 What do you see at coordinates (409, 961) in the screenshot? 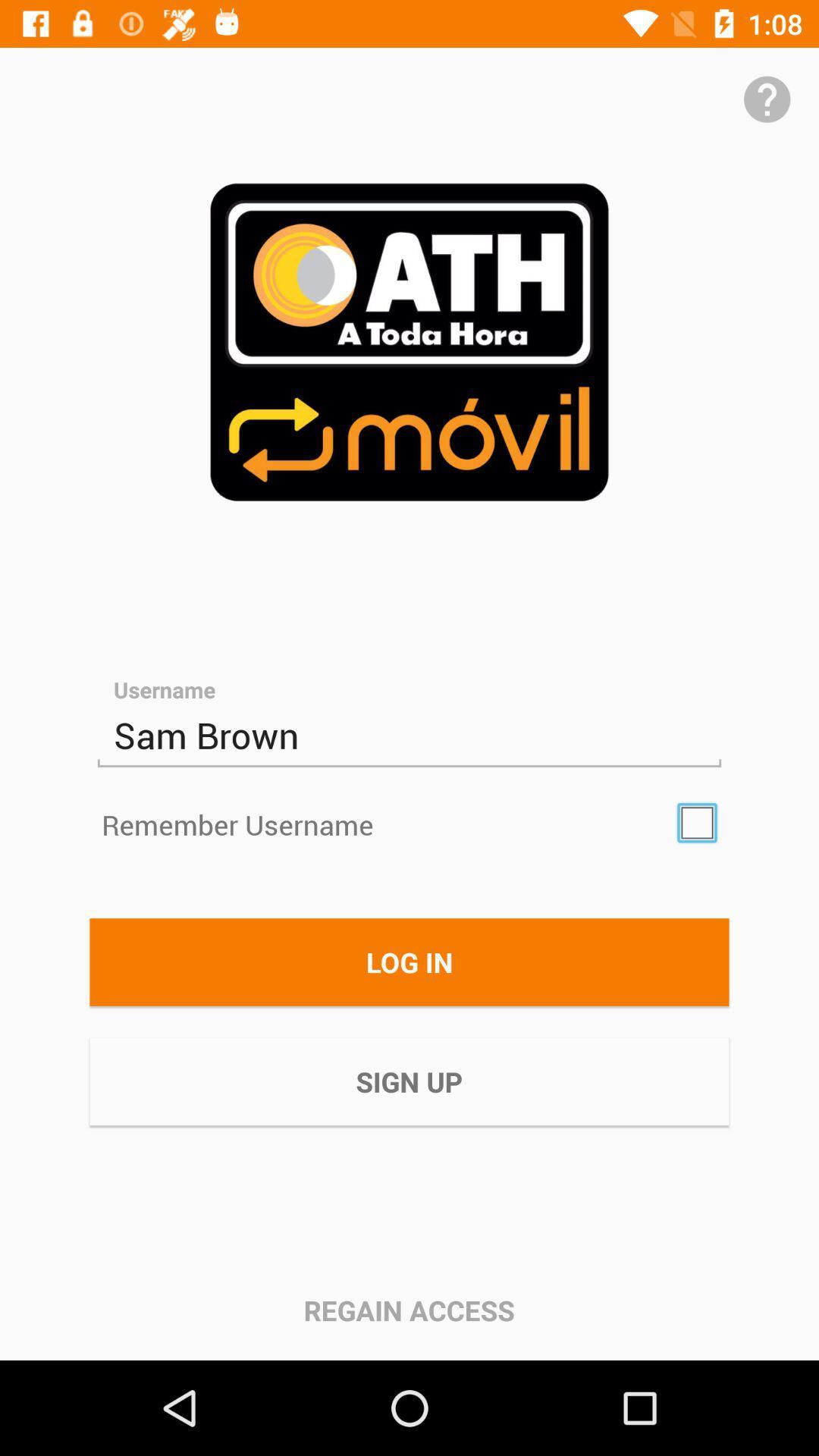
I see `the log in icon` at bounding box center [409, 961].